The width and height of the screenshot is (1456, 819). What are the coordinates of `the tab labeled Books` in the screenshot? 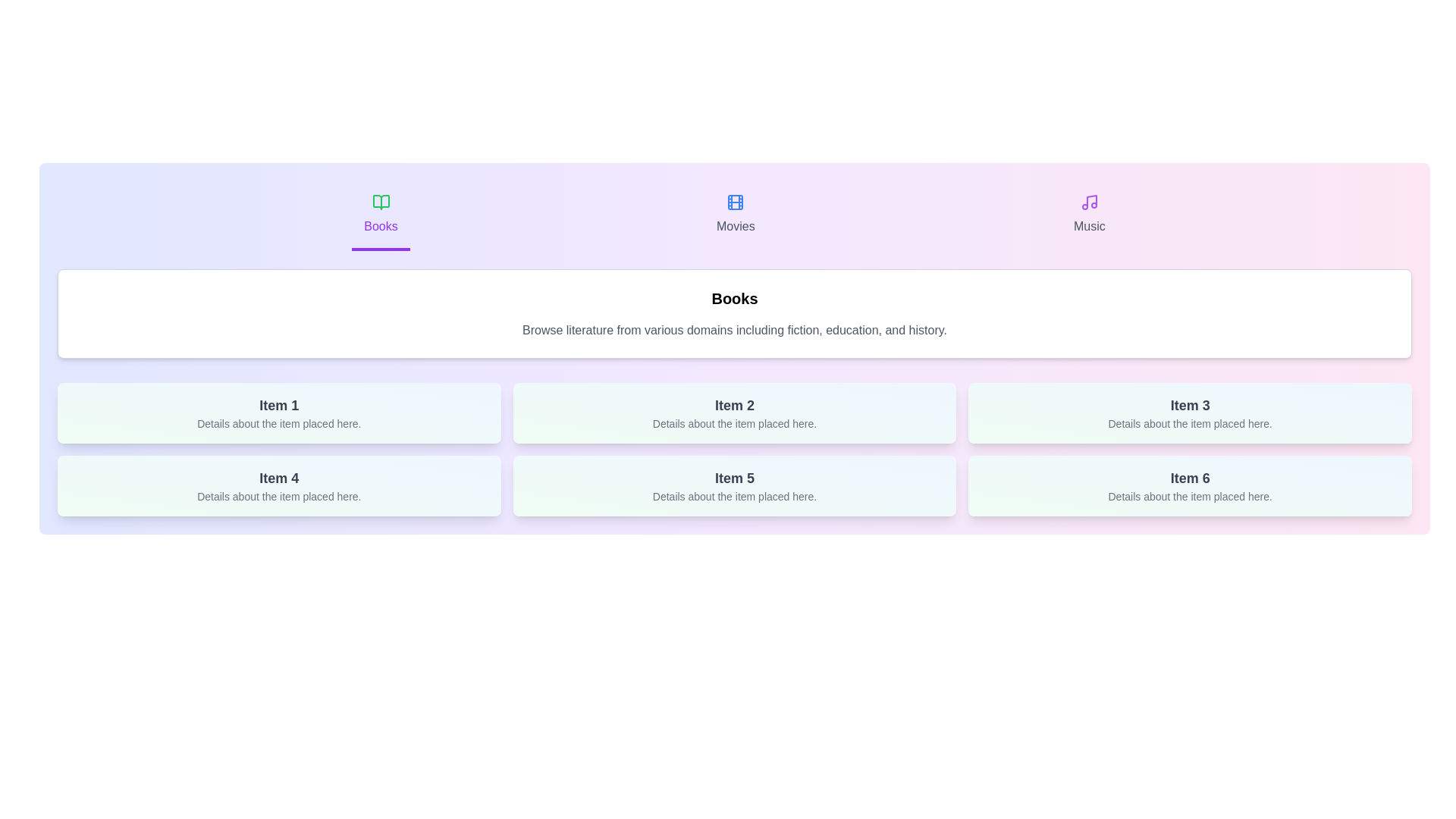 It's located at (381, 216).